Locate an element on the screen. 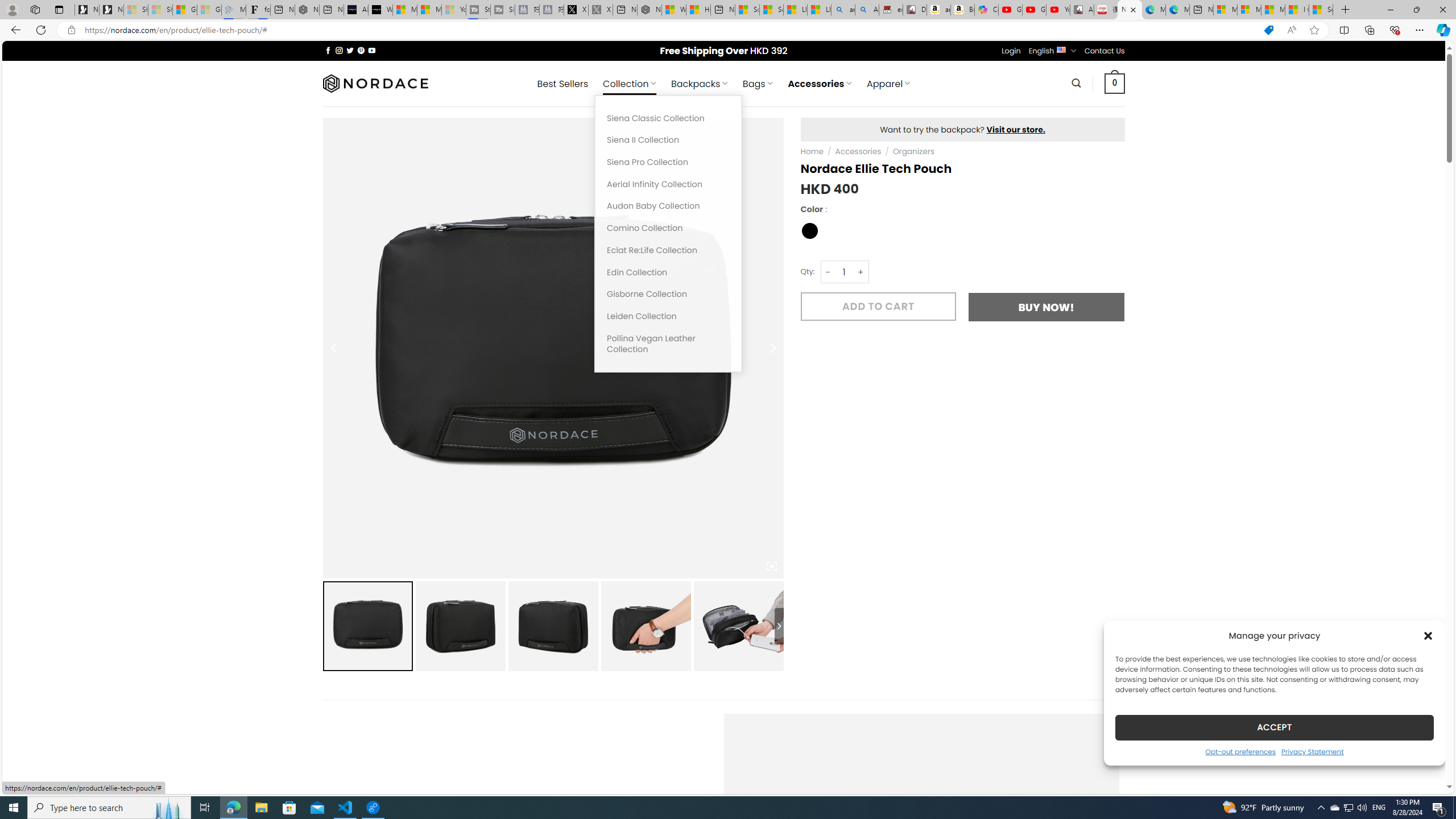 This screenshot has height=819, width=1456. 'Nordace Ellie Tech Pouch quantity' is located at coordinates (843, 272).